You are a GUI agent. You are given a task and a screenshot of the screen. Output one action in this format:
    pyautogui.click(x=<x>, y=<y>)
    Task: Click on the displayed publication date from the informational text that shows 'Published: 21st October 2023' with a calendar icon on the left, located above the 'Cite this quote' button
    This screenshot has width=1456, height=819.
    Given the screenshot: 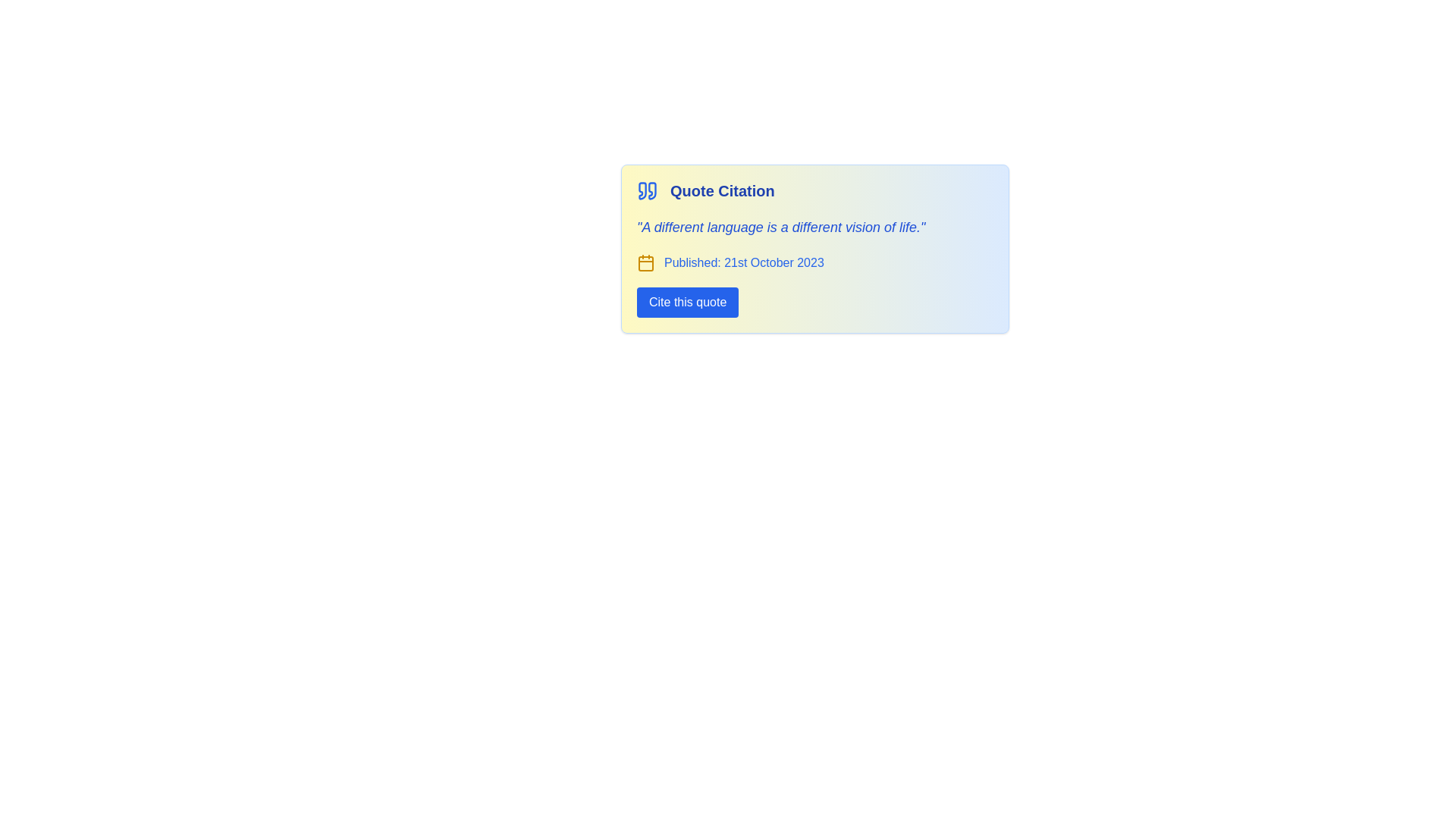 What is the action you would take?
    pyautogui.click(x=730, y=262)
    